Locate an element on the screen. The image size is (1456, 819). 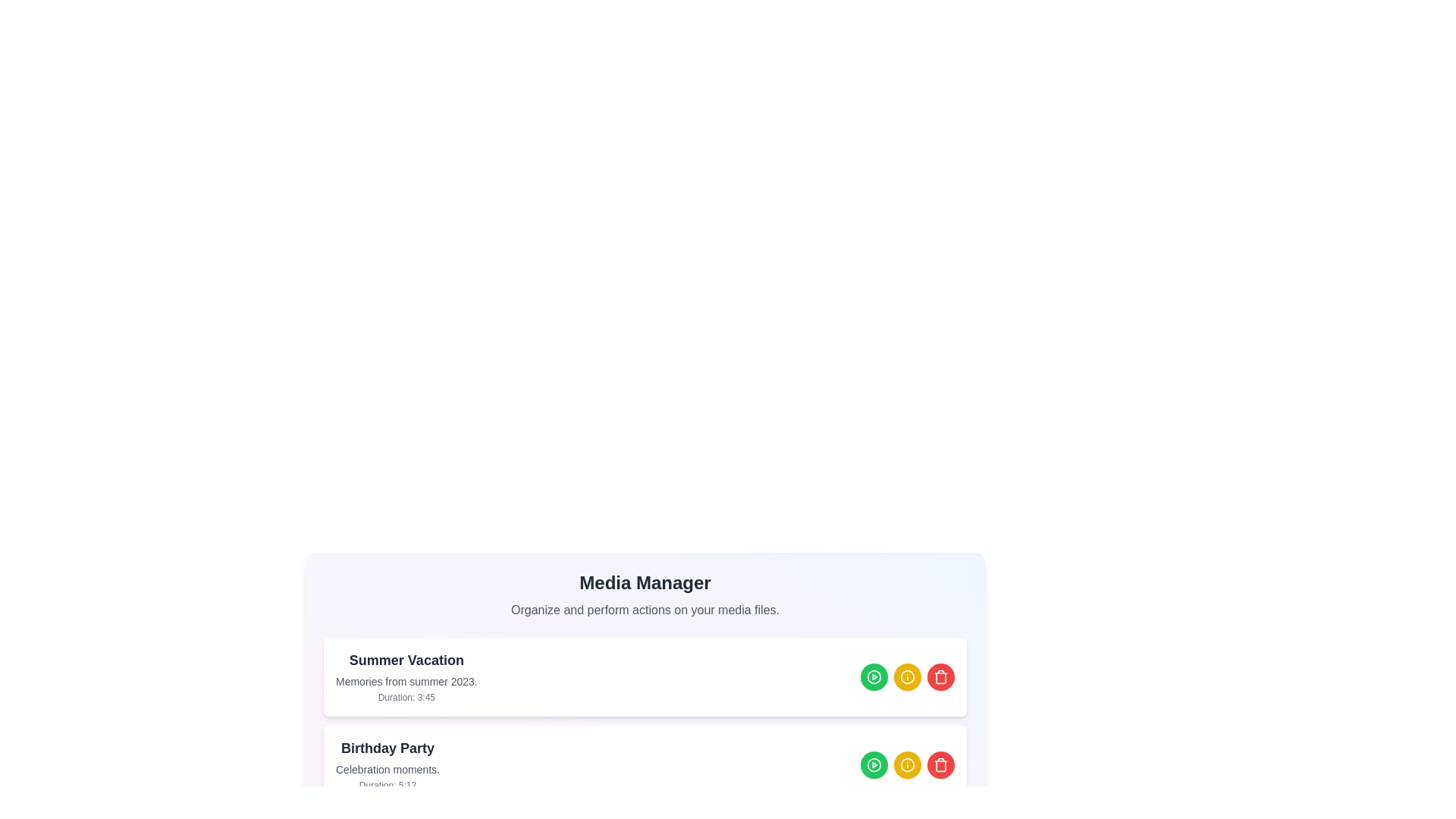
the delete button for the media item titled Summer Vacation is located at coordinates (940, 676).